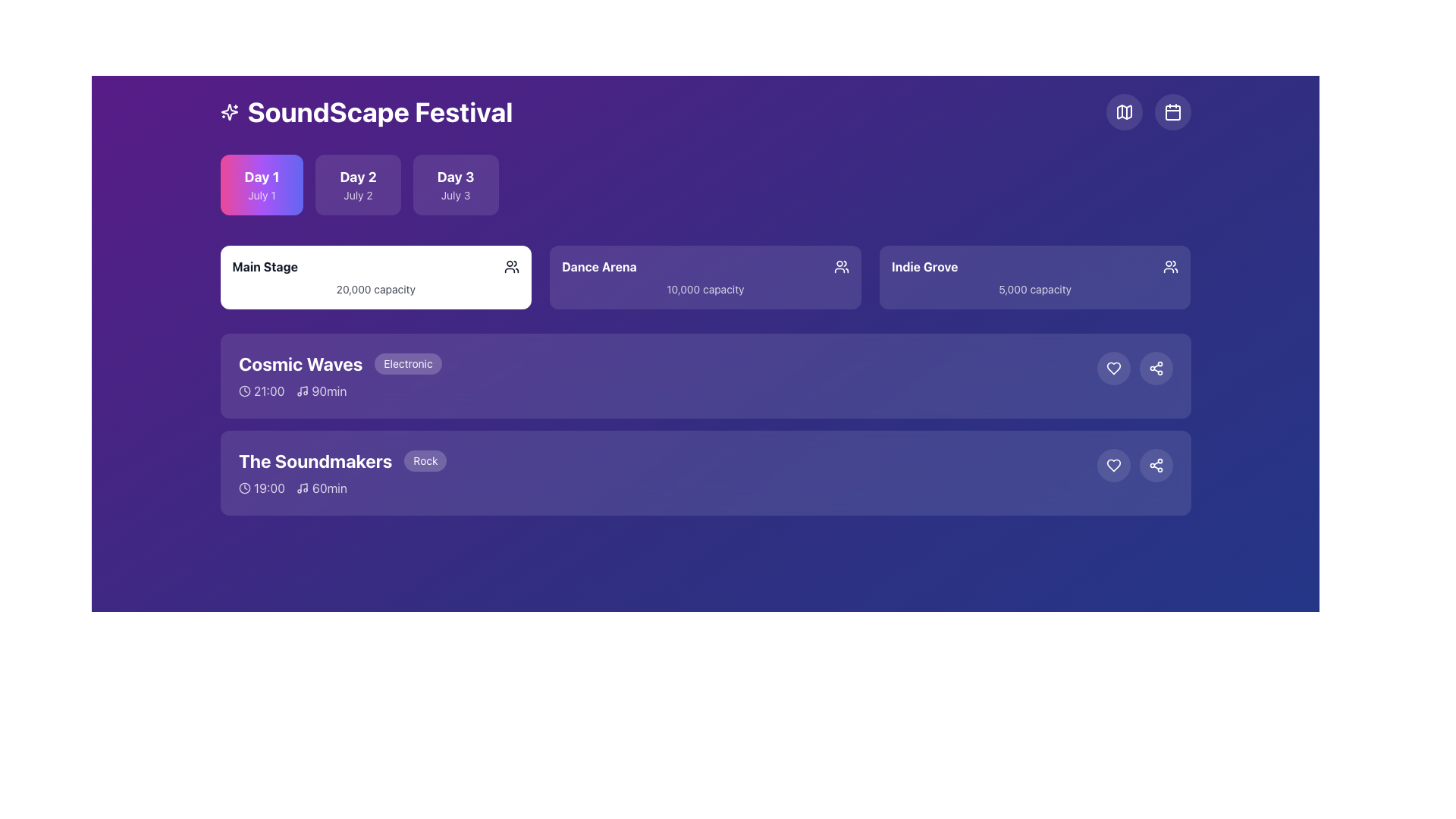  I want to click on the heart-shaped icon filled with blue color located at the bottom right corner of the 'The Soundmakers' section, so click(1113, 369).